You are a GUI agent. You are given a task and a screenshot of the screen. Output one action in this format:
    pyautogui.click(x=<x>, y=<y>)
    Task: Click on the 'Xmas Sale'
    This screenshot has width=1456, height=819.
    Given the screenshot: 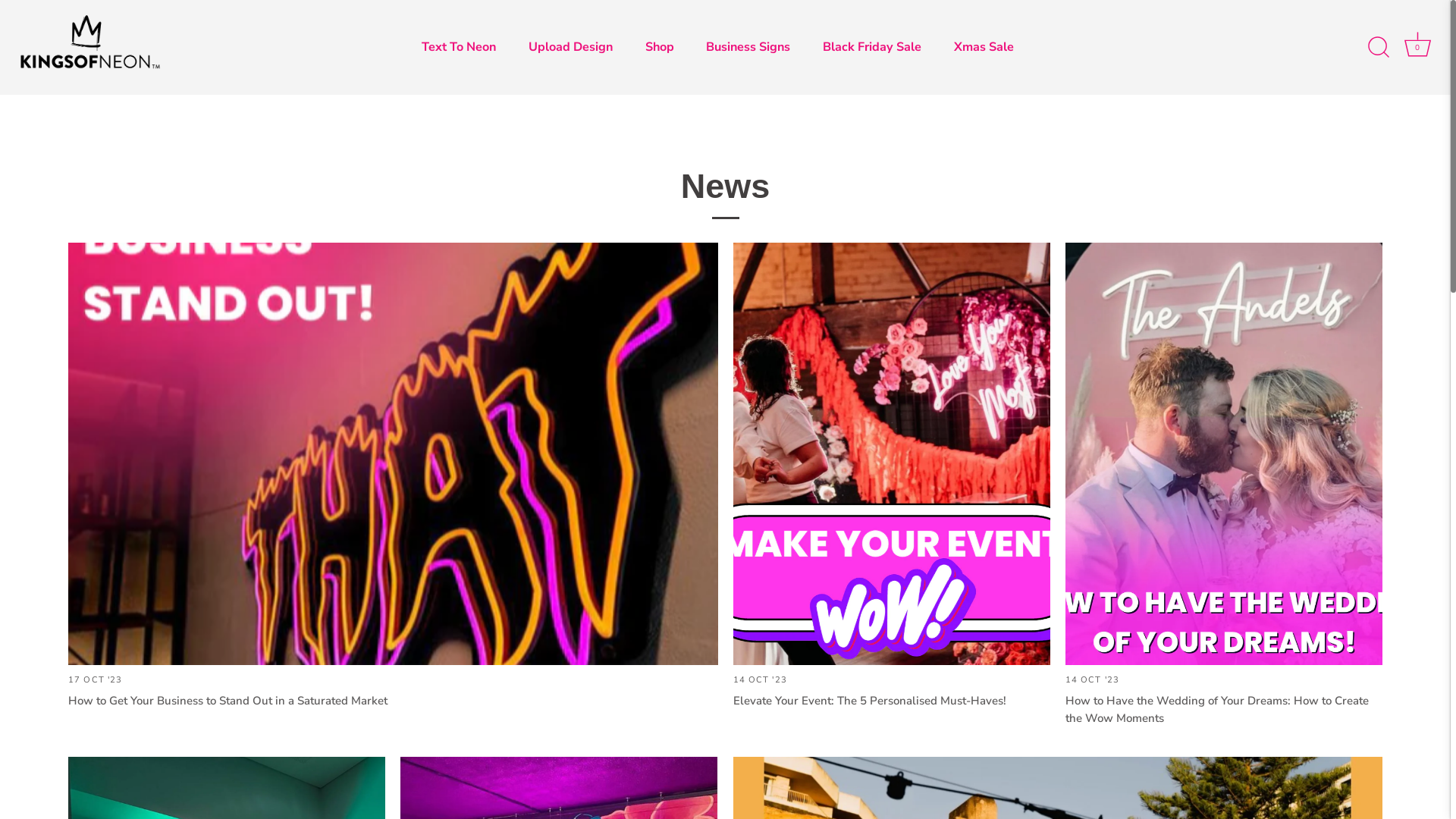 What is the action you would take?
    pyautogui.click(x=984, y=46)
    